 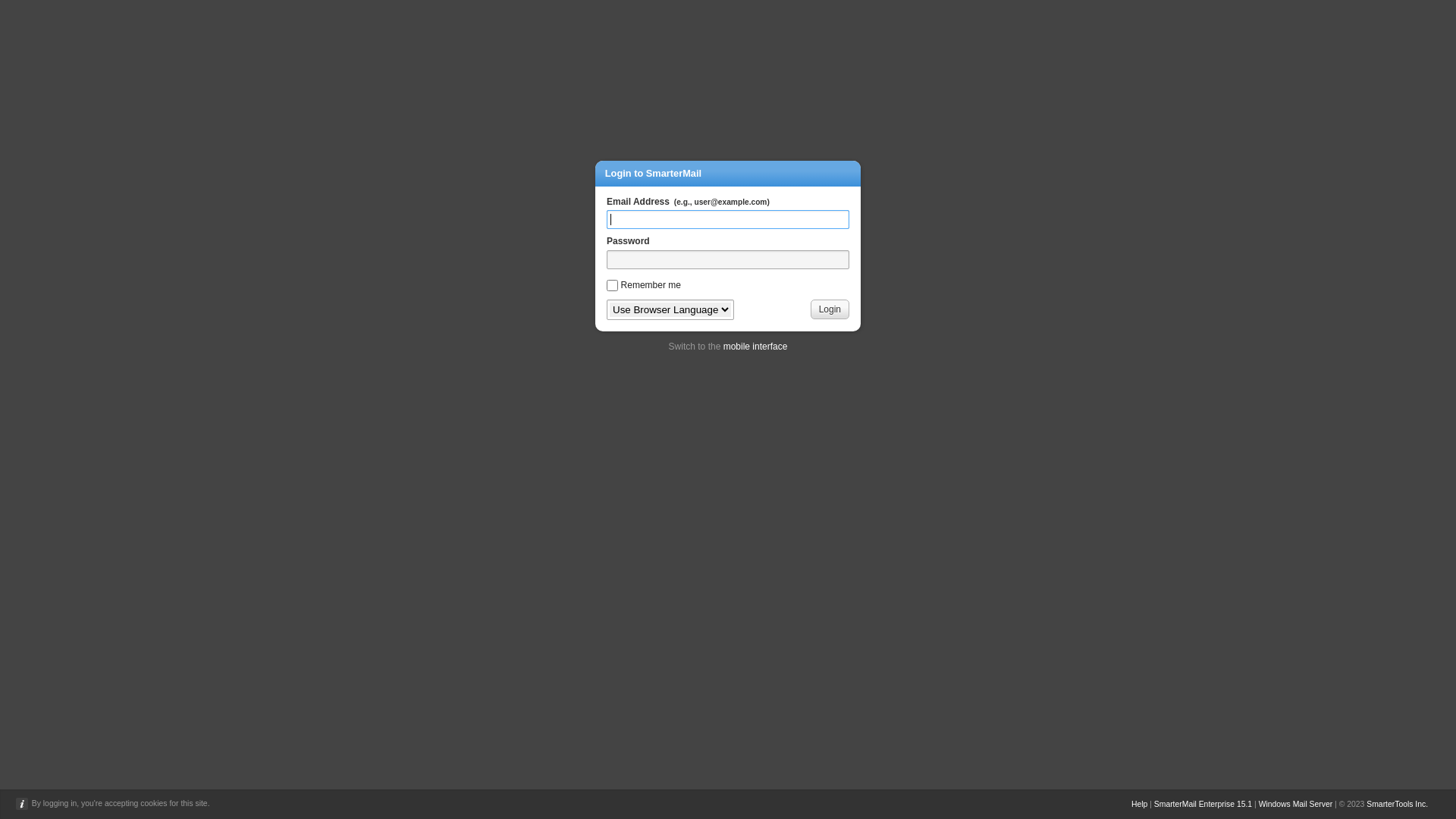 What do you see at coordinates (1396, 803) in the screenshot?
I see `'SmarterTools Inc.'` at bounding box center [1396, 803].